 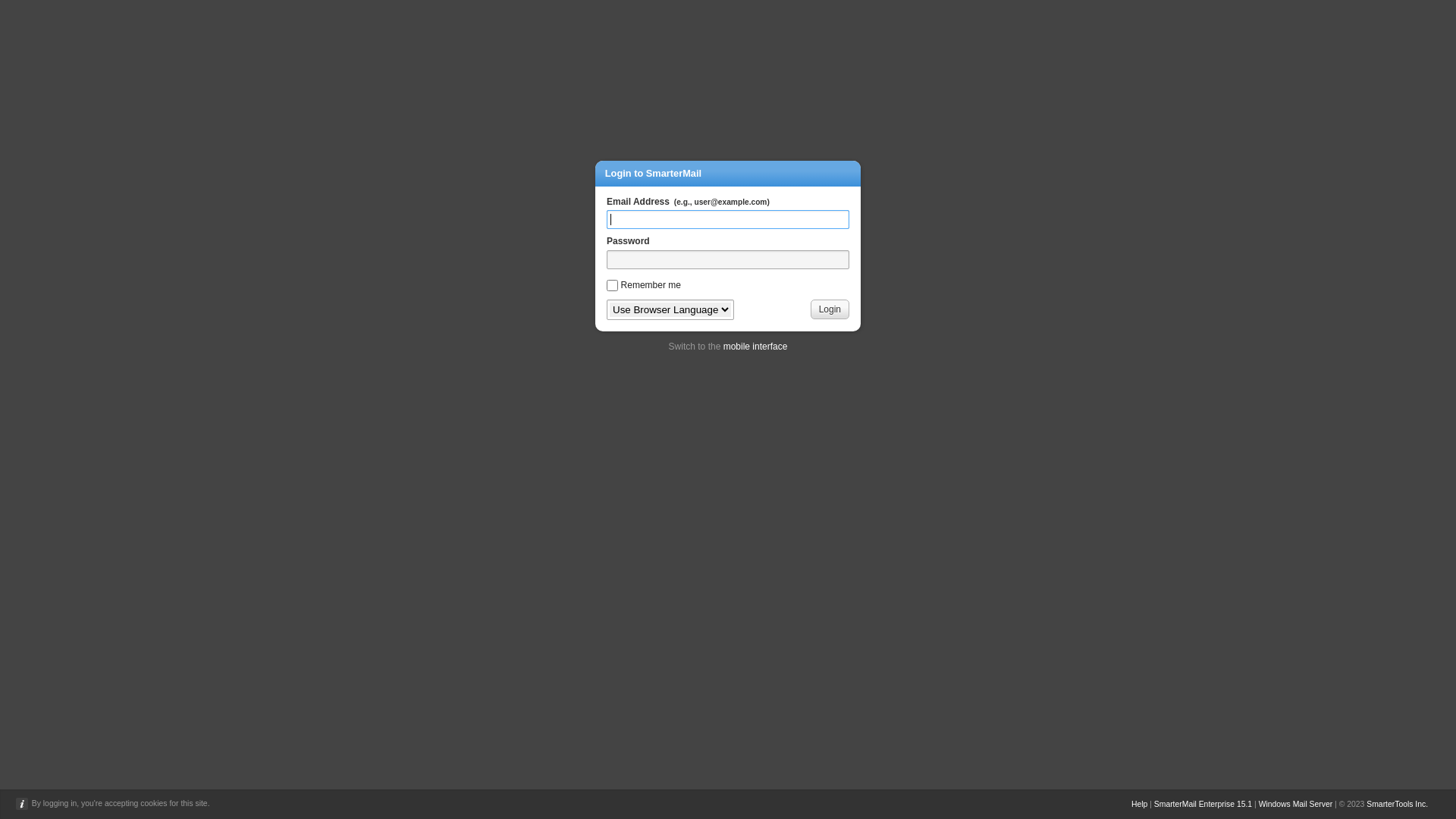 What do you see at coordinates (1396, 803) in the screenshot?
I see `'SmarterTools Inc.'` at bounding box center [1396, 803].